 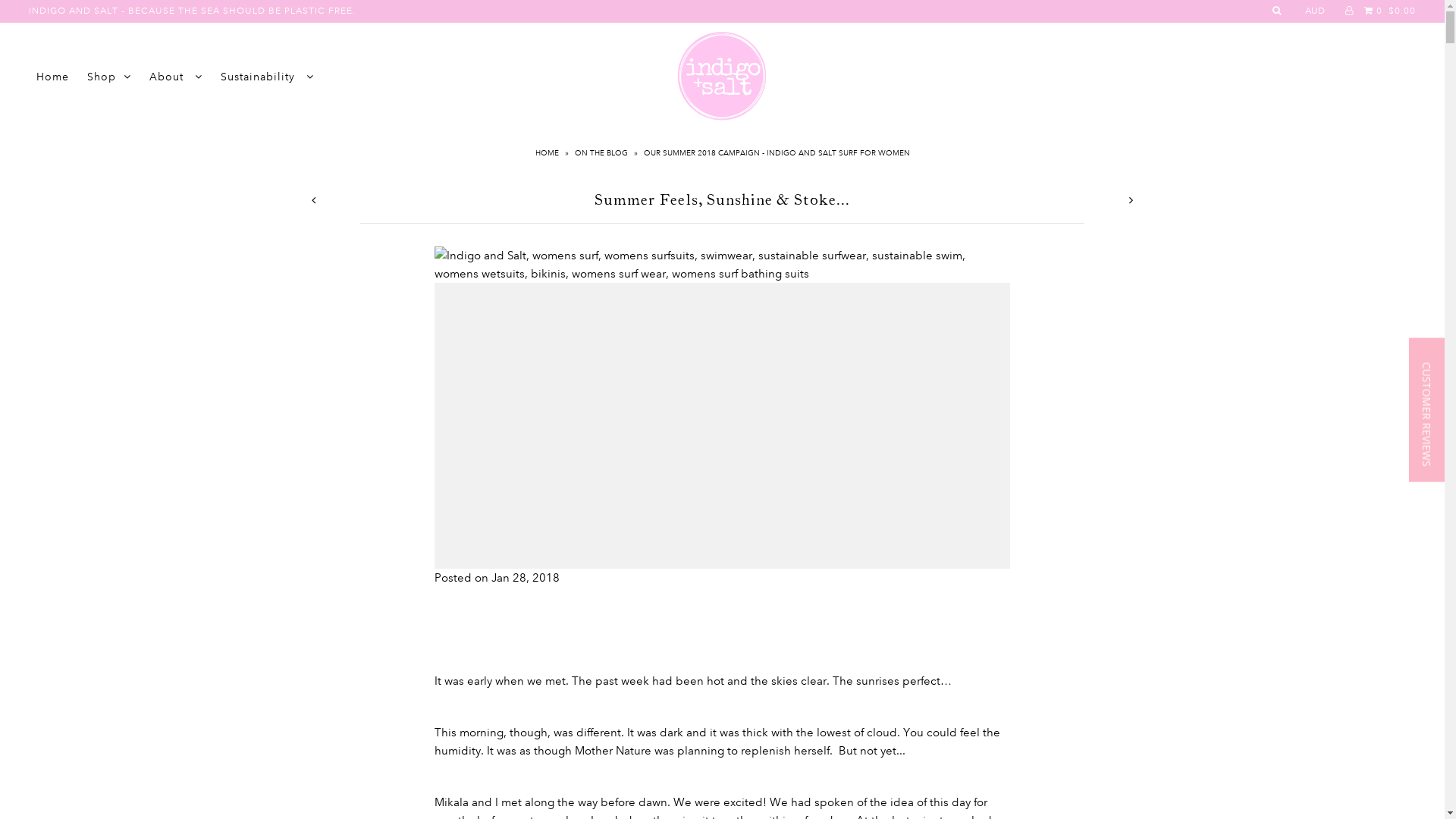 What do you see at coordinates (191, 11) in the screenshot?
I see `'INDIGO AND SALT - BECAUSE THE SEA SHOULD BE PLASTIC FREE.'` at bounding box center [191, 11].